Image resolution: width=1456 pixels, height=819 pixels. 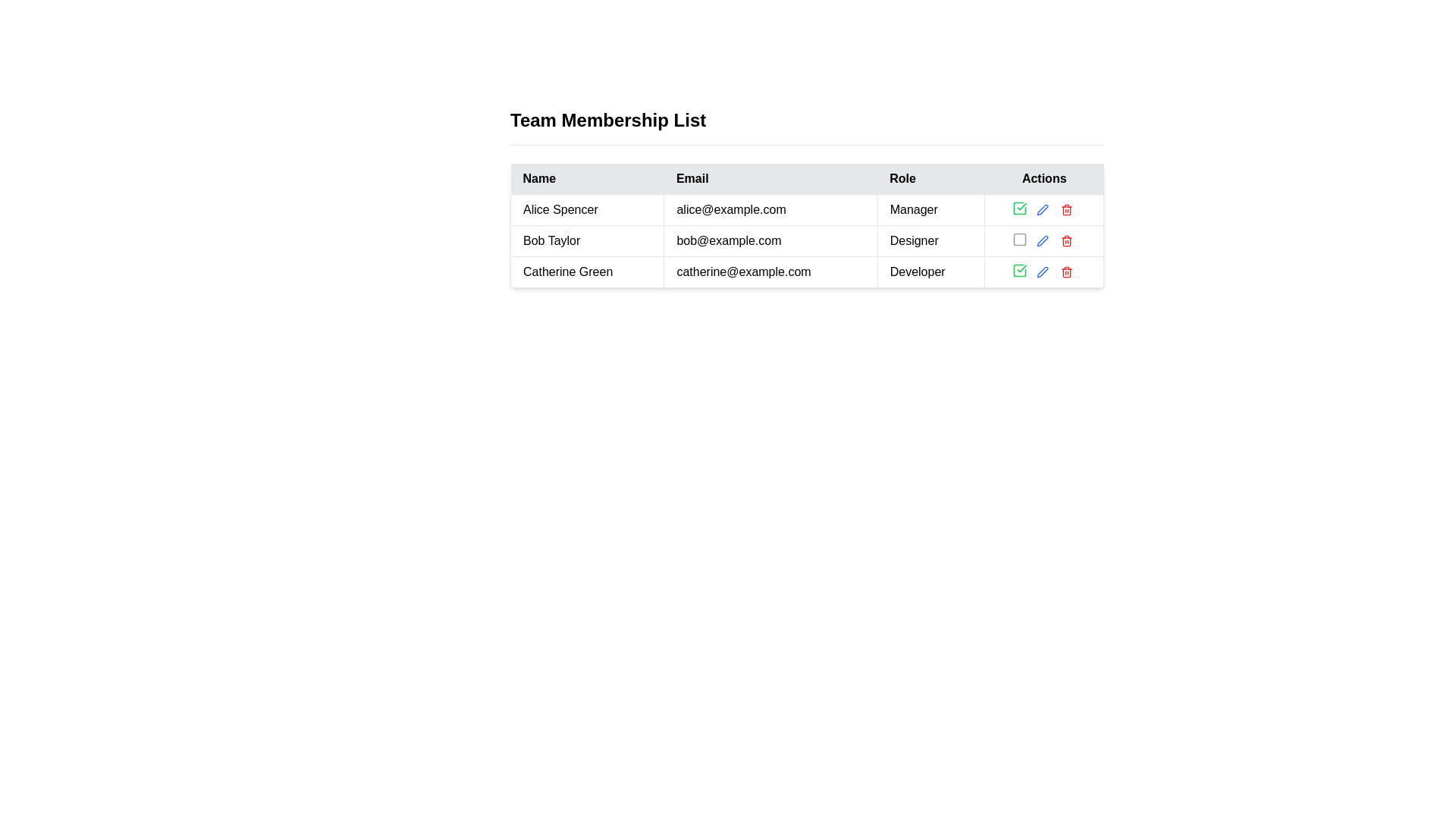 What do you see at coordinates (1020, 270) in the screenshot?
I see `the graphical icon representing a green checkmark inside a square in the 'Actions' column of the table row for 'Alice Spencer'` at bounding box center [1020, 270].